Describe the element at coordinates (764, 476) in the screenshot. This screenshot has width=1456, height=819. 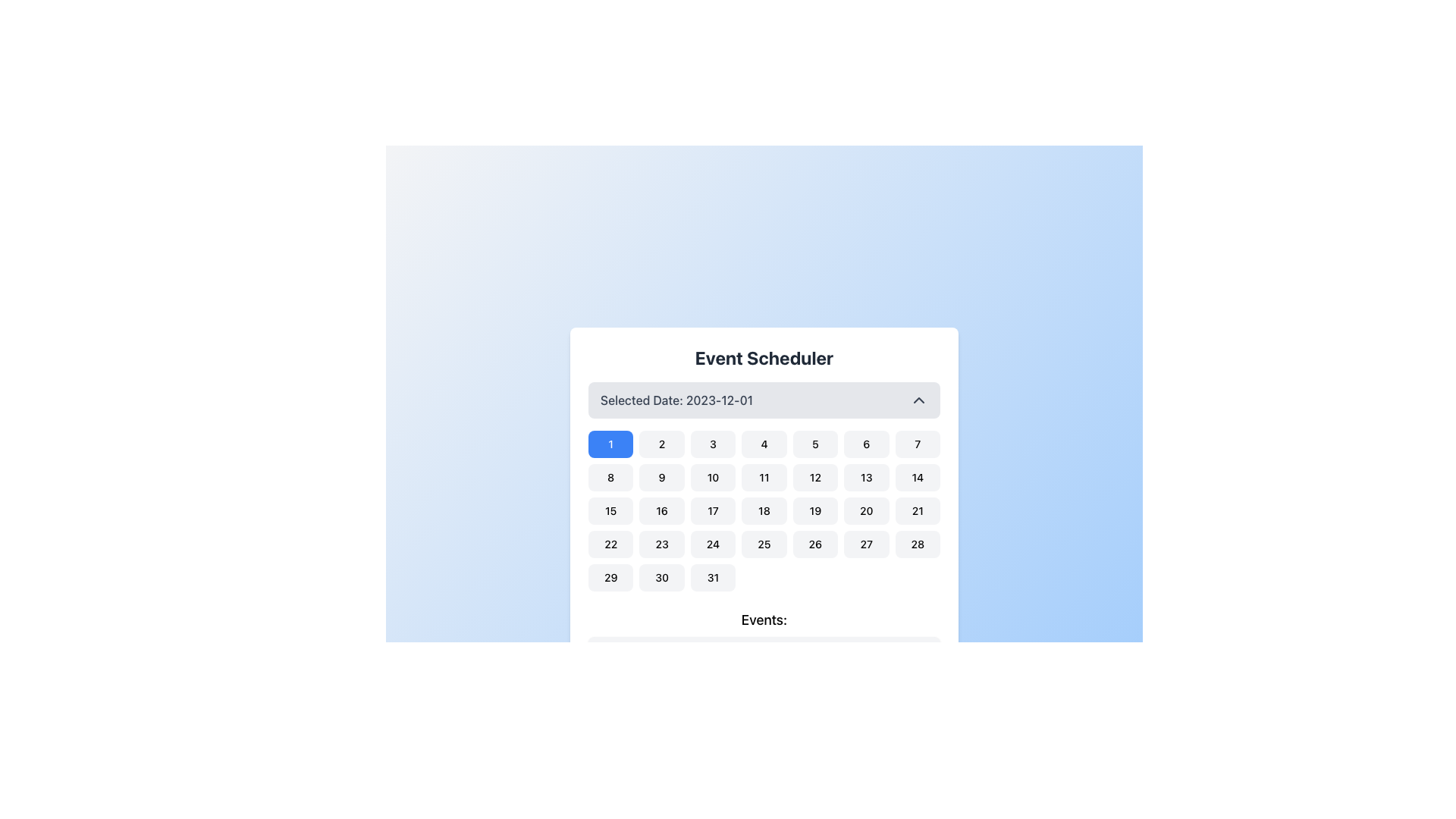
I see `the square button with rounded corners containing the number '11' to change its background color from light gray to blue` at that location.